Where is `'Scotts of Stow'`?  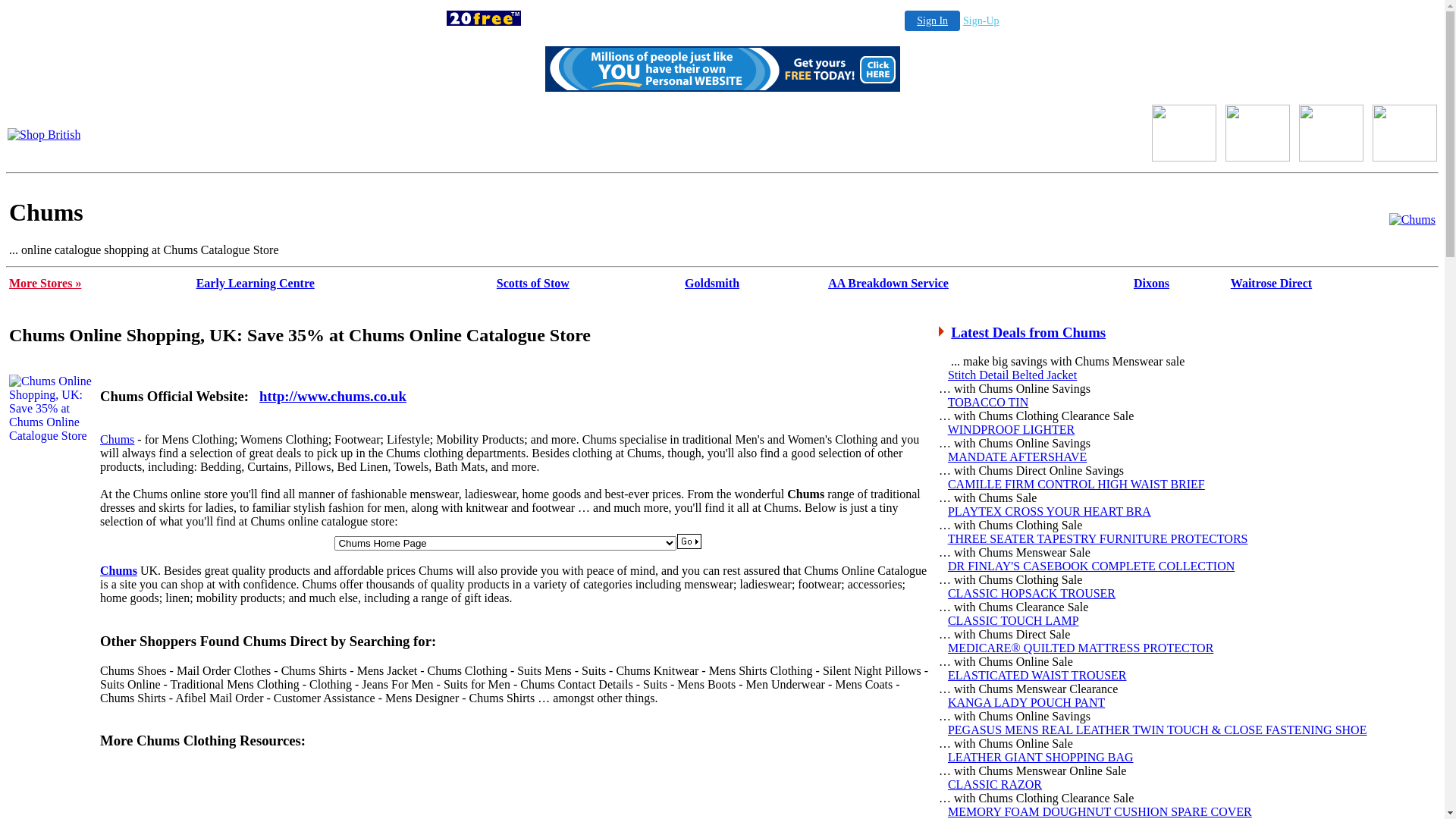 'Scotts of Stow' is located at coordinates (532, 283).